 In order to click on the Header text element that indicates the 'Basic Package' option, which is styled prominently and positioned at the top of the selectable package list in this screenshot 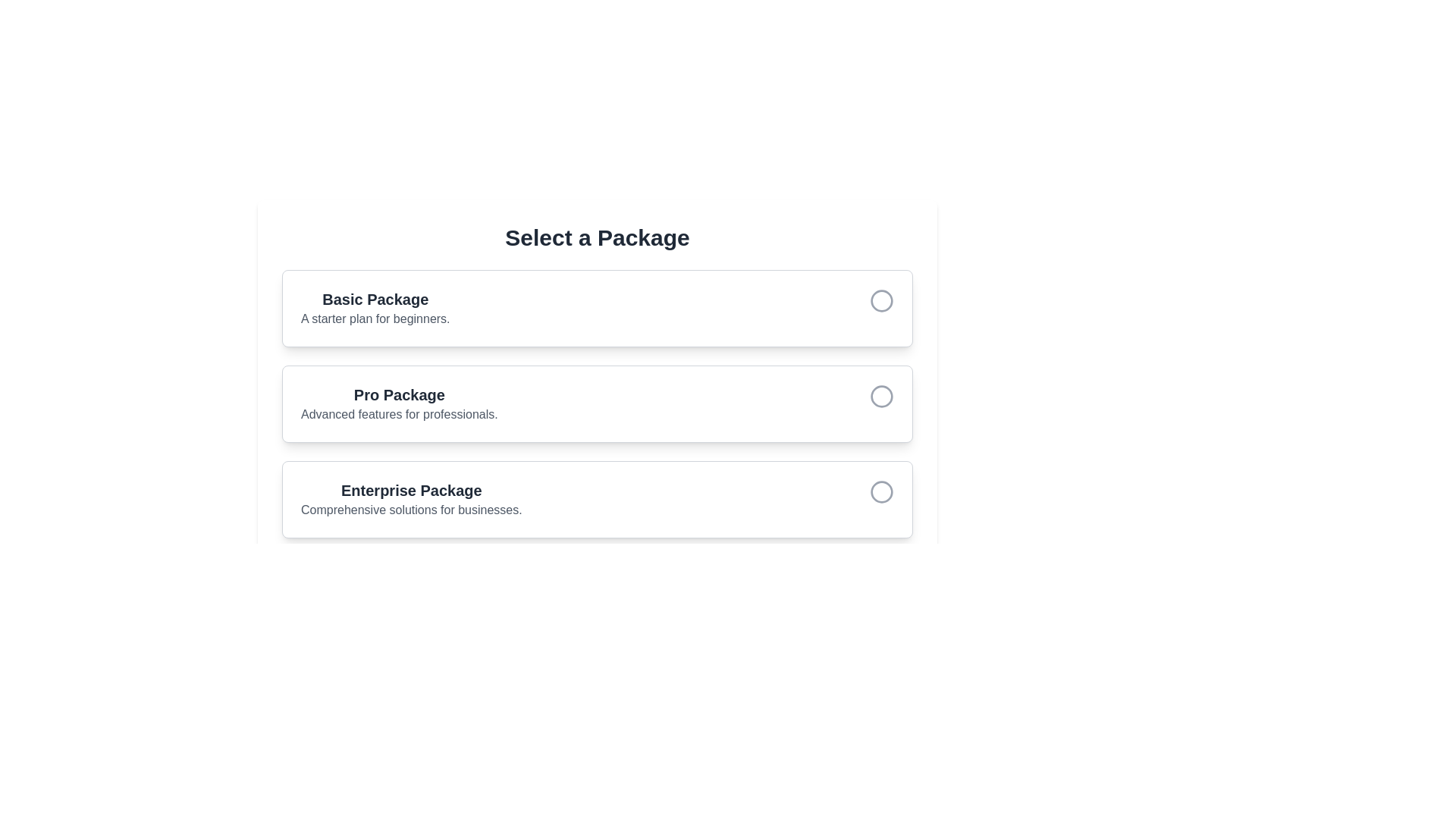, I will do `click(375, 299)`.